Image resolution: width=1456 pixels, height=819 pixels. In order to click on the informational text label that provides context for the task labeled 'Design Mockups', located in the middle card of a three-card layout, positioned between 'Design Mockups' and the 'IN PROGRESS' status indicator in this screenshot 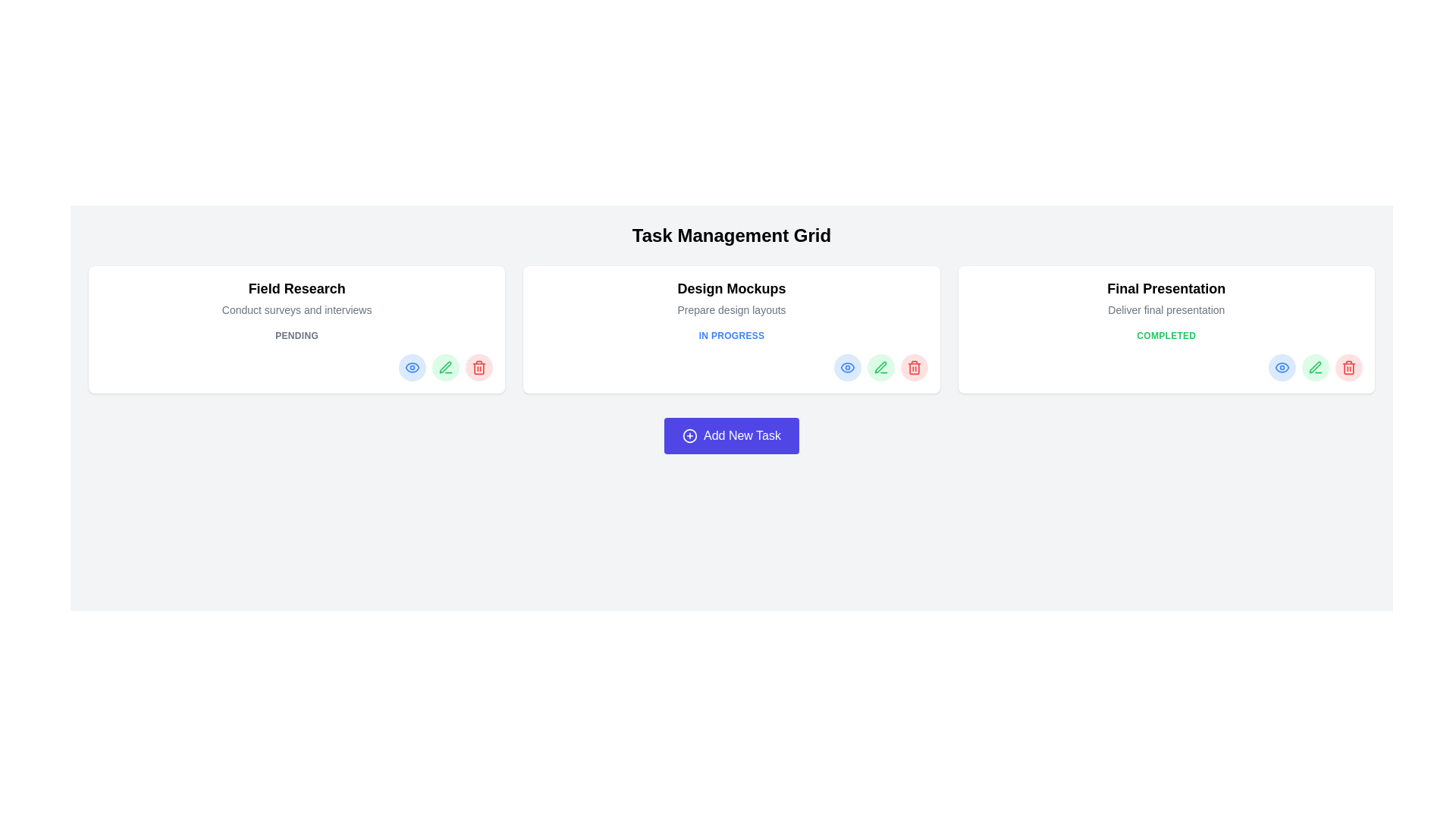, I will do `click(731, 309)`.